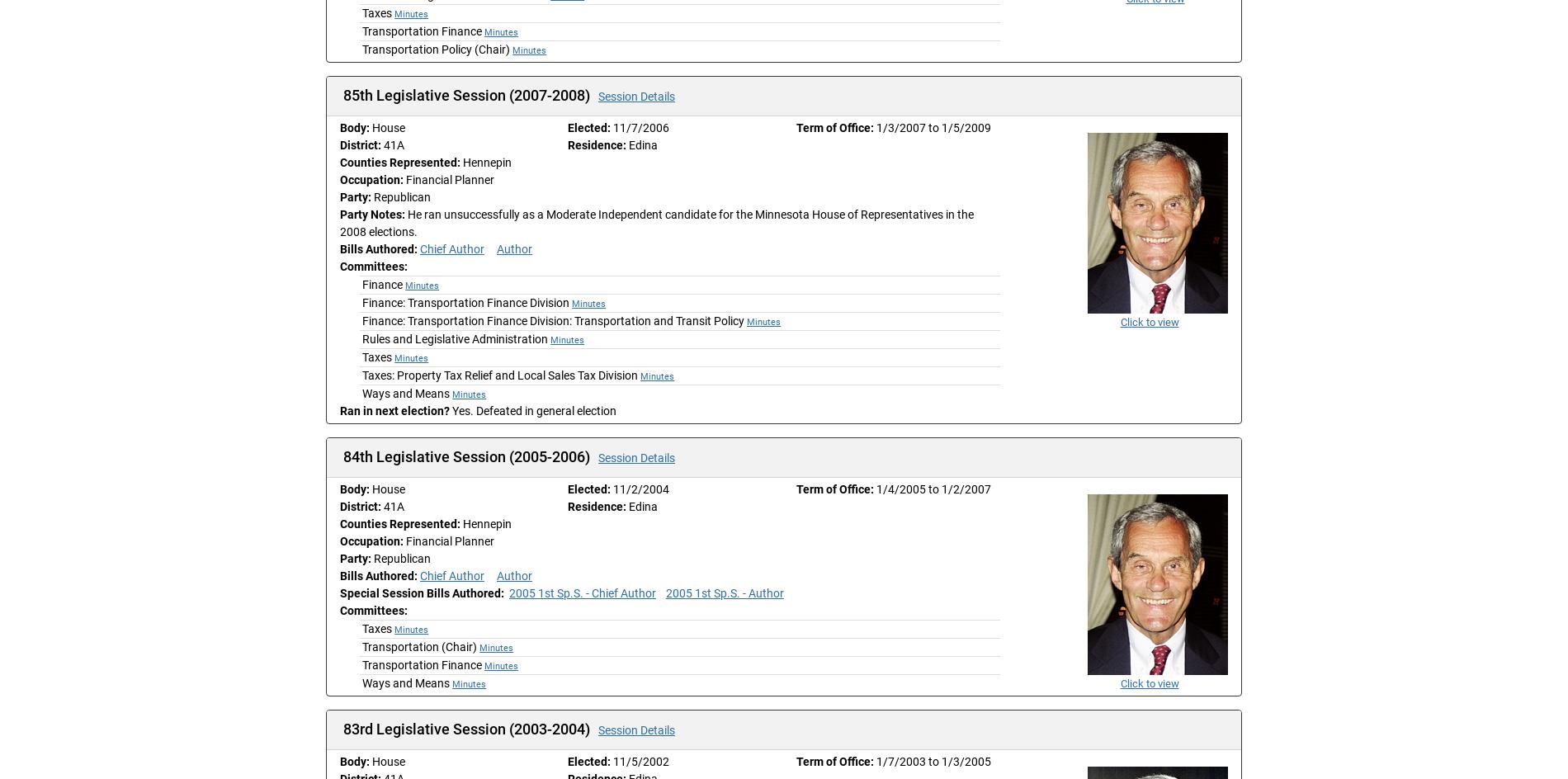  I want to click on 'Finance: Transportation Finance Division', so click(465, 303).